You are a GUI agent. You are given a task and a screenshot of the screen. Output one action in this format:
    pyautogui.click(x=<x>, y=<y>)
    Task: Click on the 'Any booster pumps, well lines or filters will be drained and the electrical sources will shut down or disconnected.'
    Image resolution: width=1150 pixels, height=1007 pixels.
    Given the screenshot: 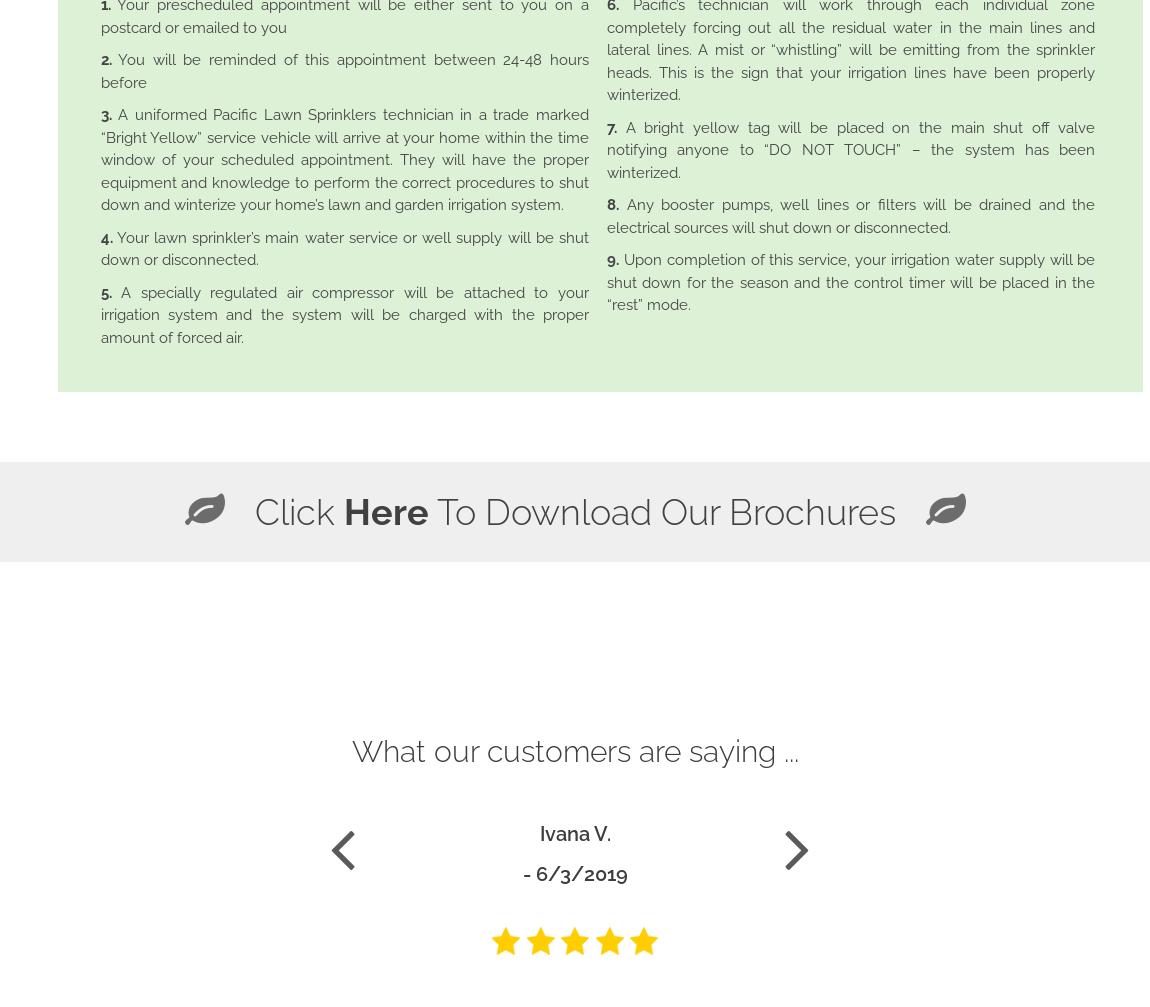 What is the action you would take?
    pyautogui.click(x=849, y=216)
    